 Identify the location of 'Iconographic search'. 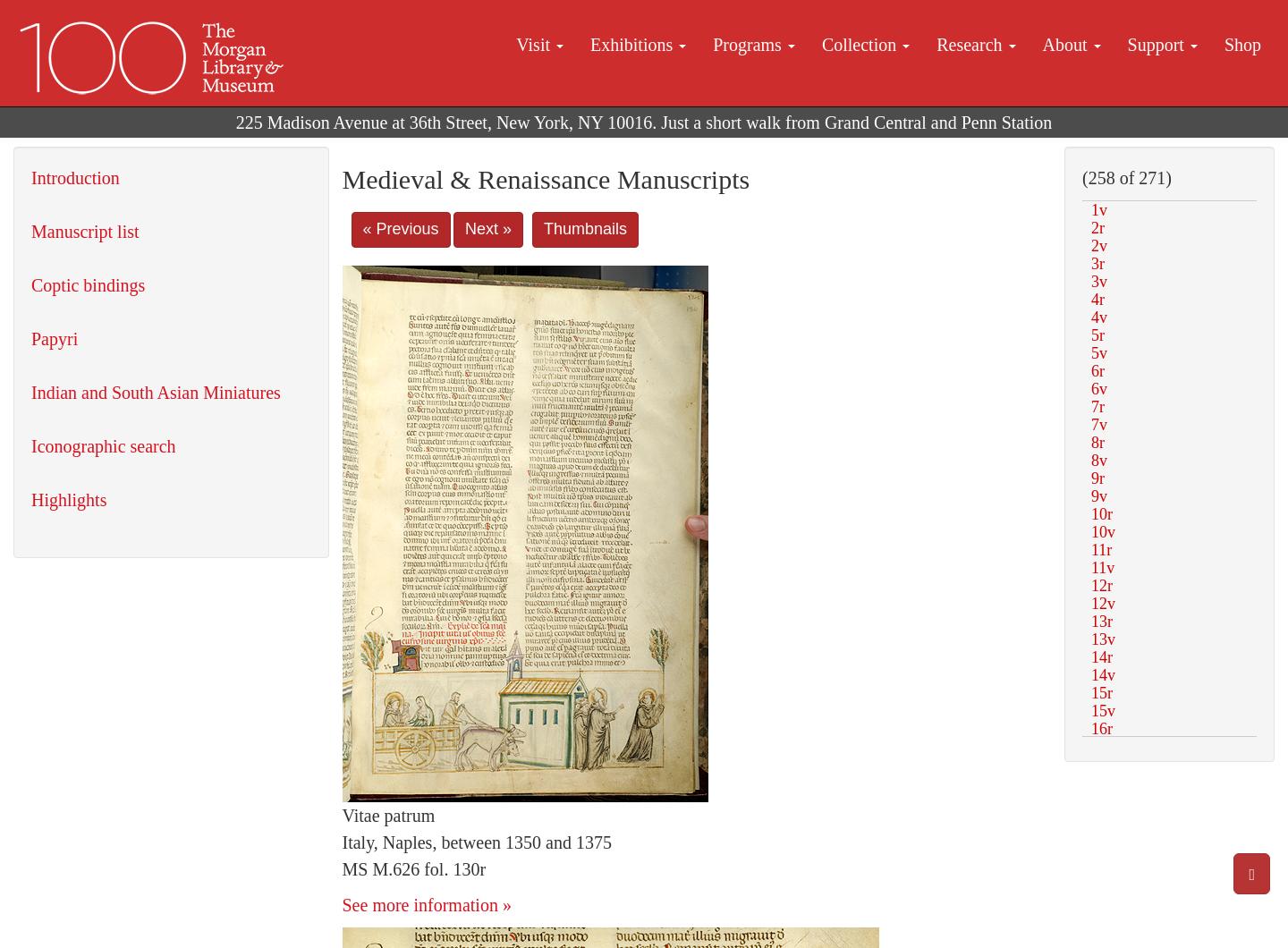
(103, 445).